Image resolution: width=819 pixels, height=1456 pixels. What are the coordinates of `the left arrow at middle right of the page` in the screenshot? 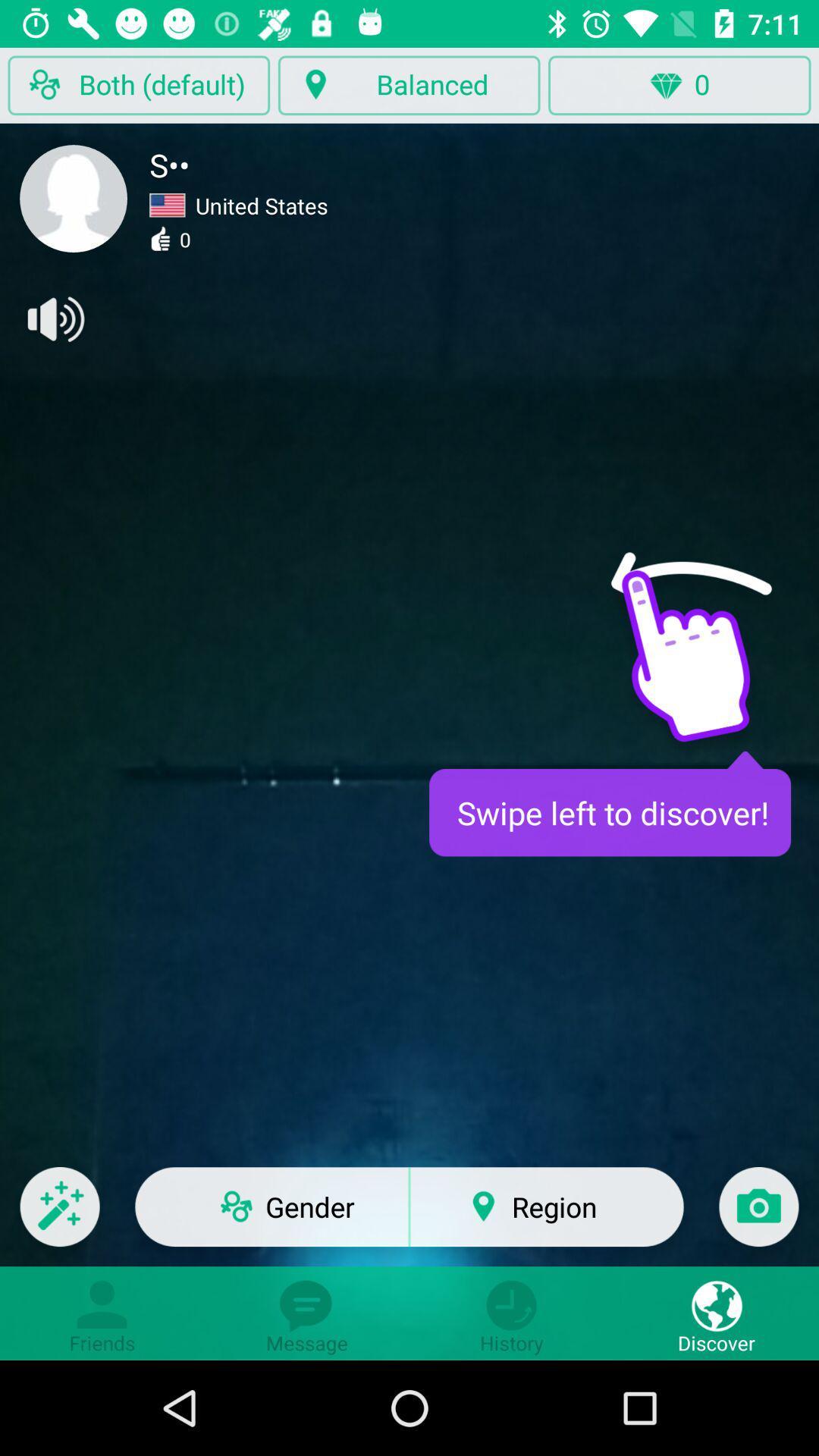 It's located at (691, 587).